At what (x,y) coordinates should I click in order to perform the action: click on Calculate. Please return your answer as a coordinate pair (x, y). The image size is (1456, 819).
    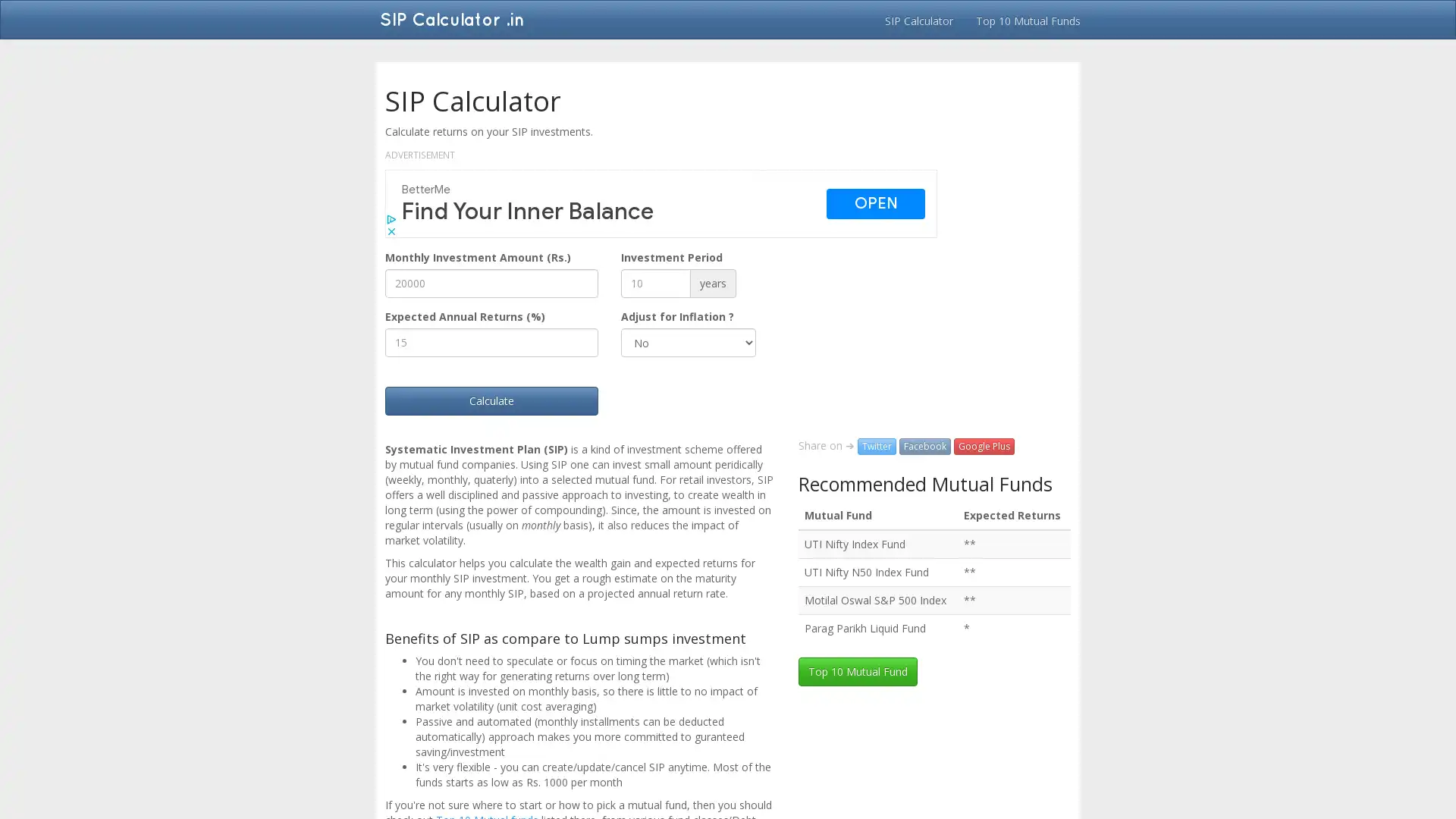
    Looking at the image, I should click on (491, 400).